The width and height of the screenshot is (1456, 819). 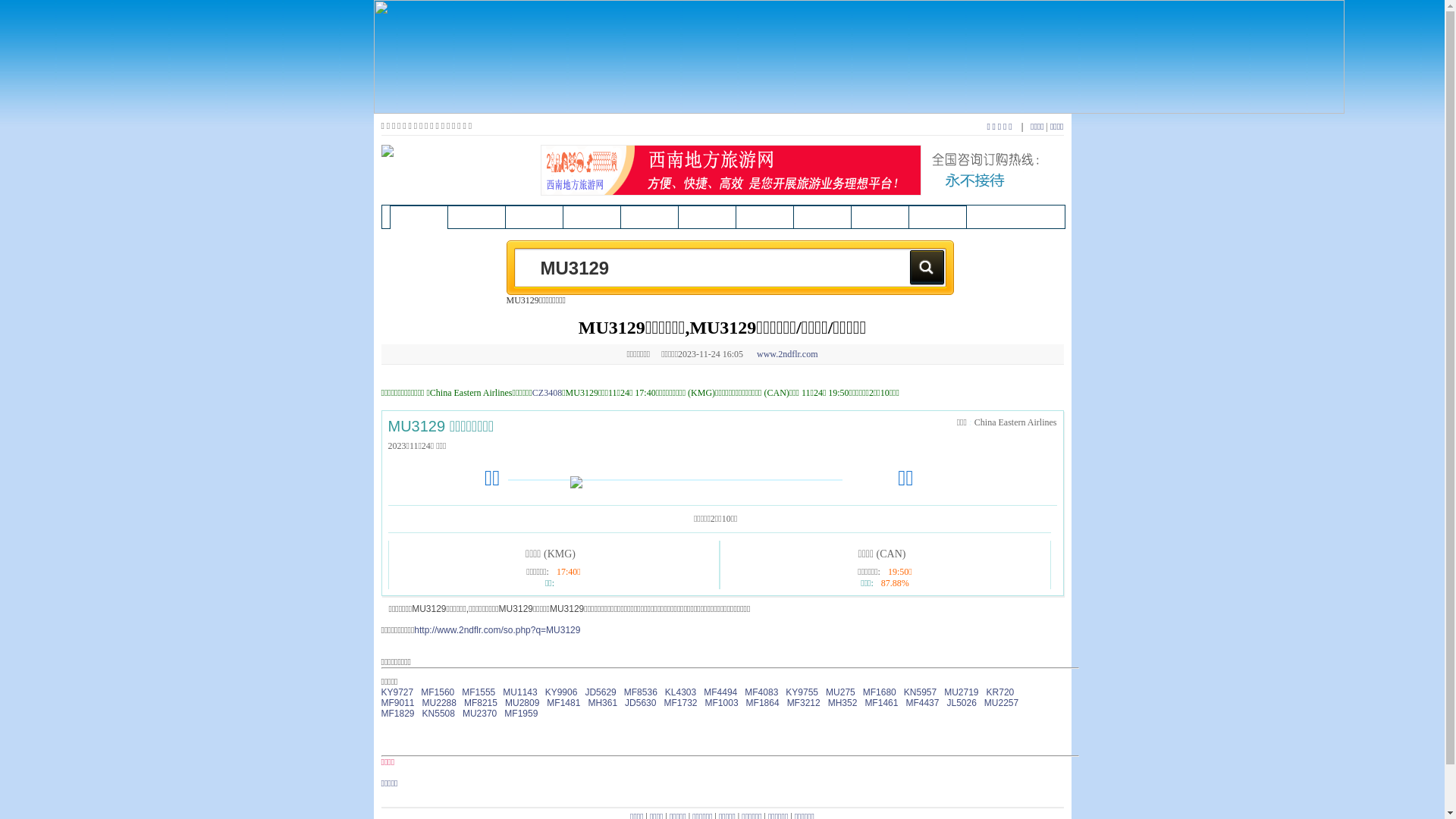 I want to click on 'MF1732', so click(x=663, y=702).